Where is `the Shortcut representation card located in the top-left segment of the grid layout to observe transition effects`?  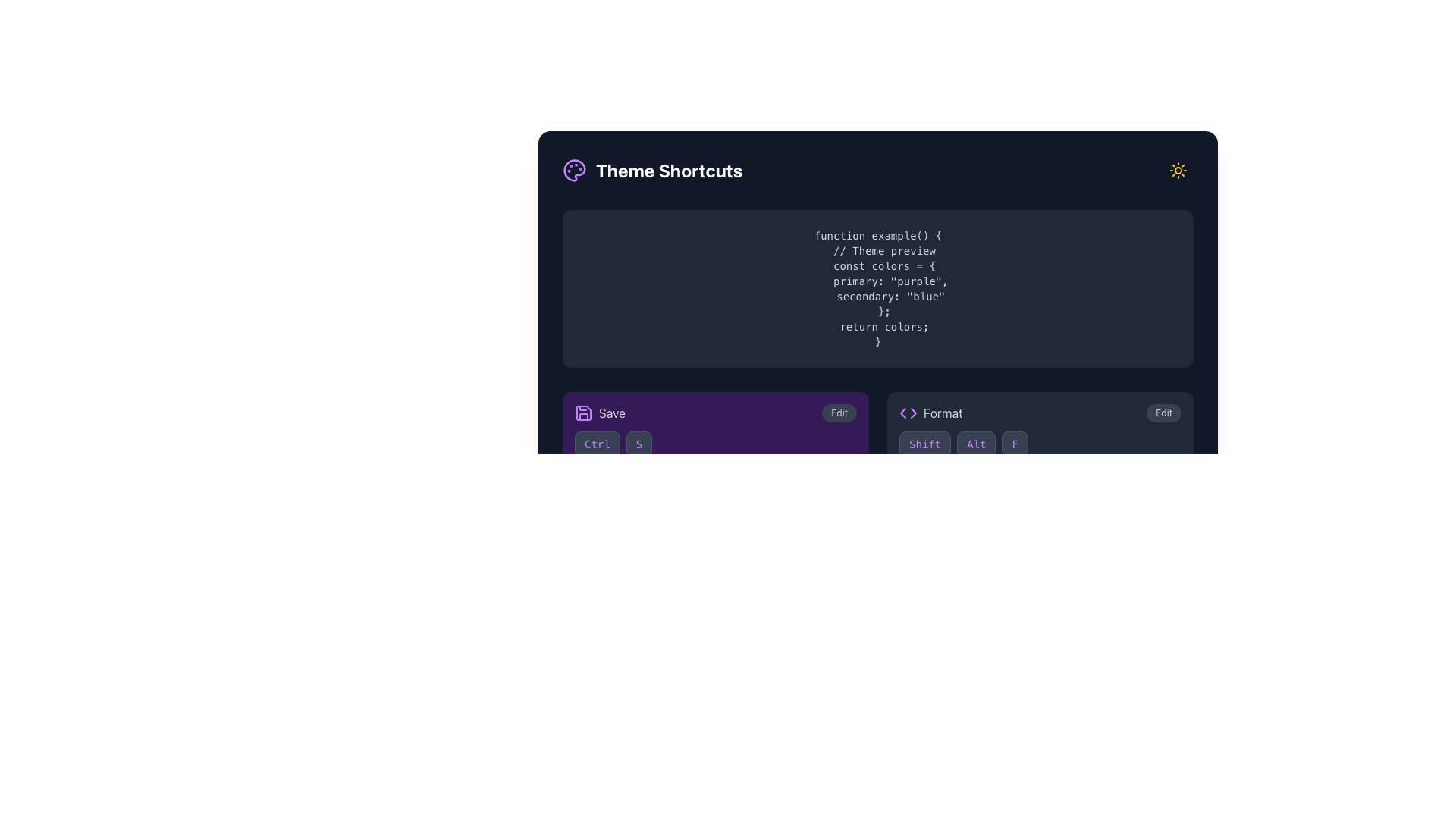
the Shortcut representation card located in the top-left segment of the grid layout to observe transition effects is located at coordinates (715, 430).